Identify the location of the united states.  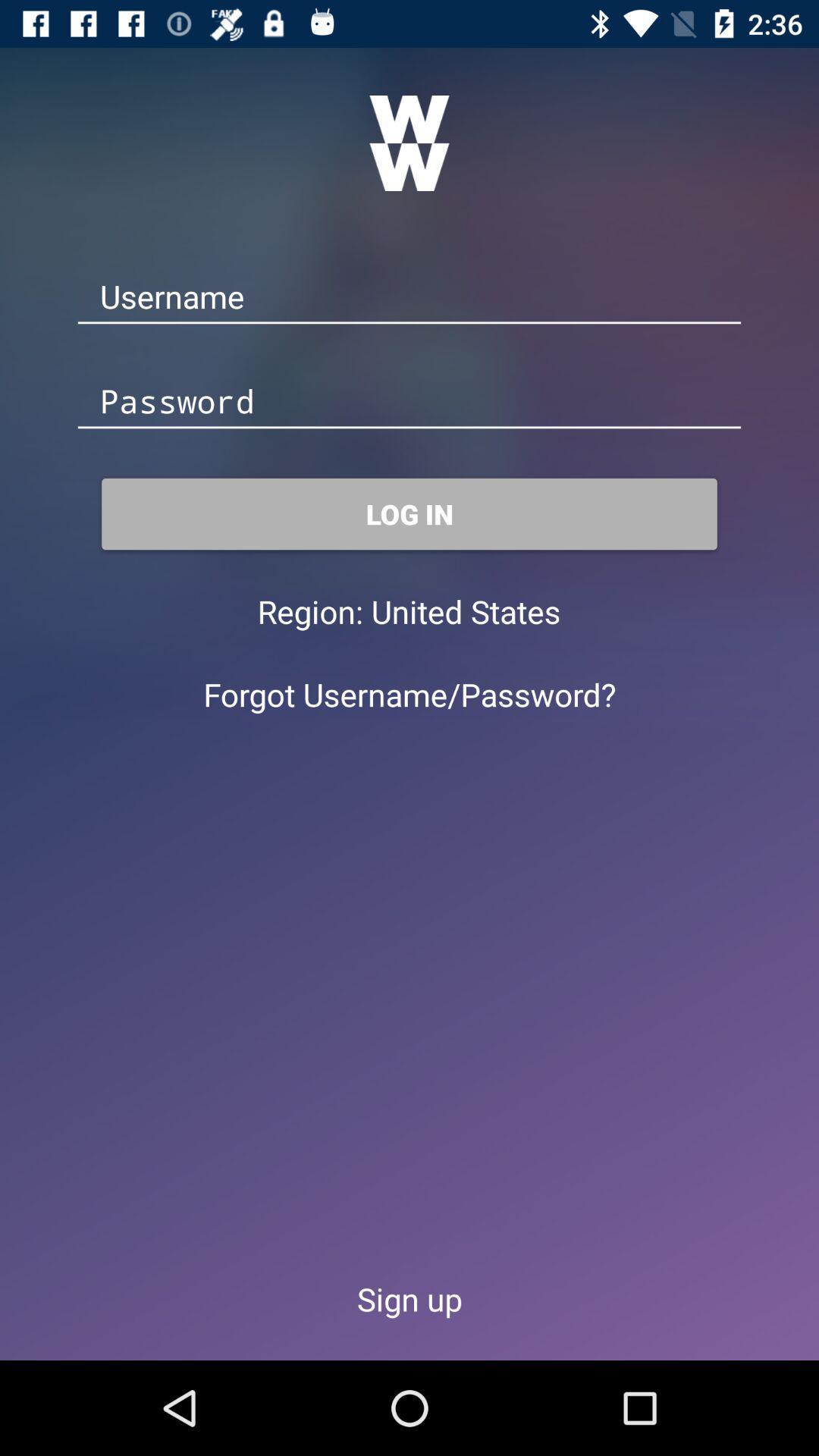
(465, 611).